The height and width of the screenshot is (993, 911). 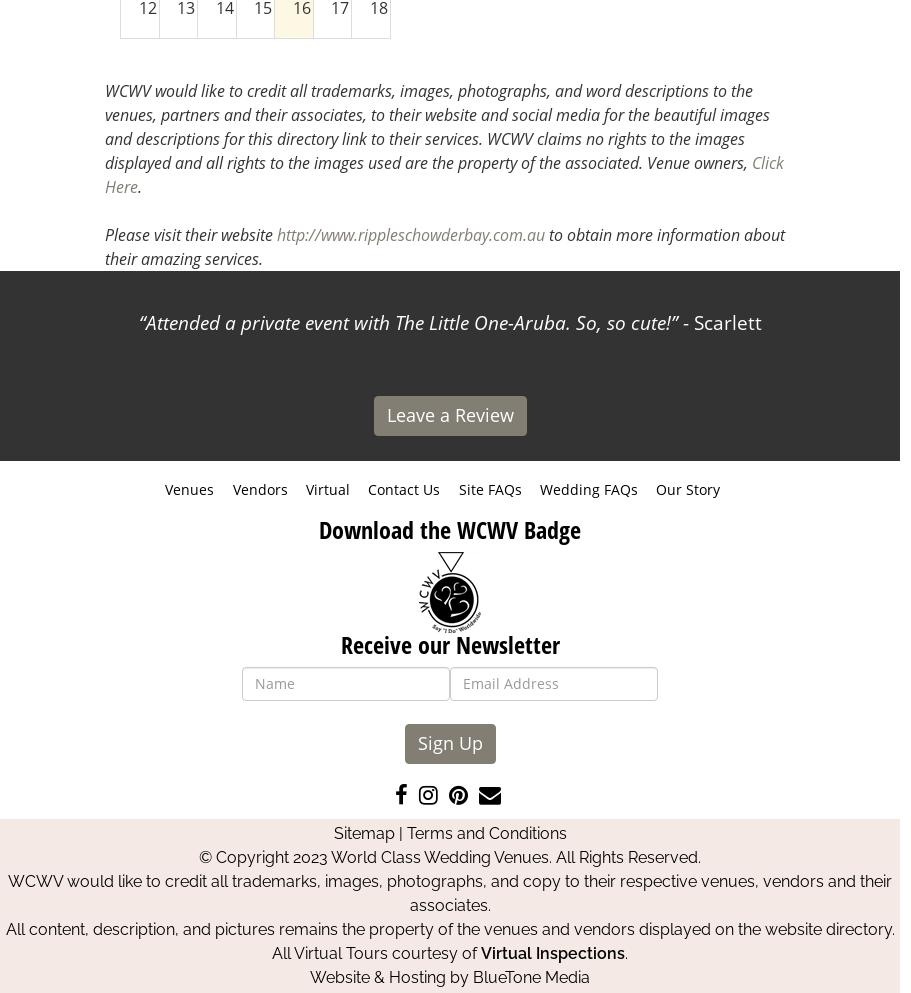 What do you see at coordinates (214, 136) in the screenshot?
I see `'28'` at bounding box center [214, 136].